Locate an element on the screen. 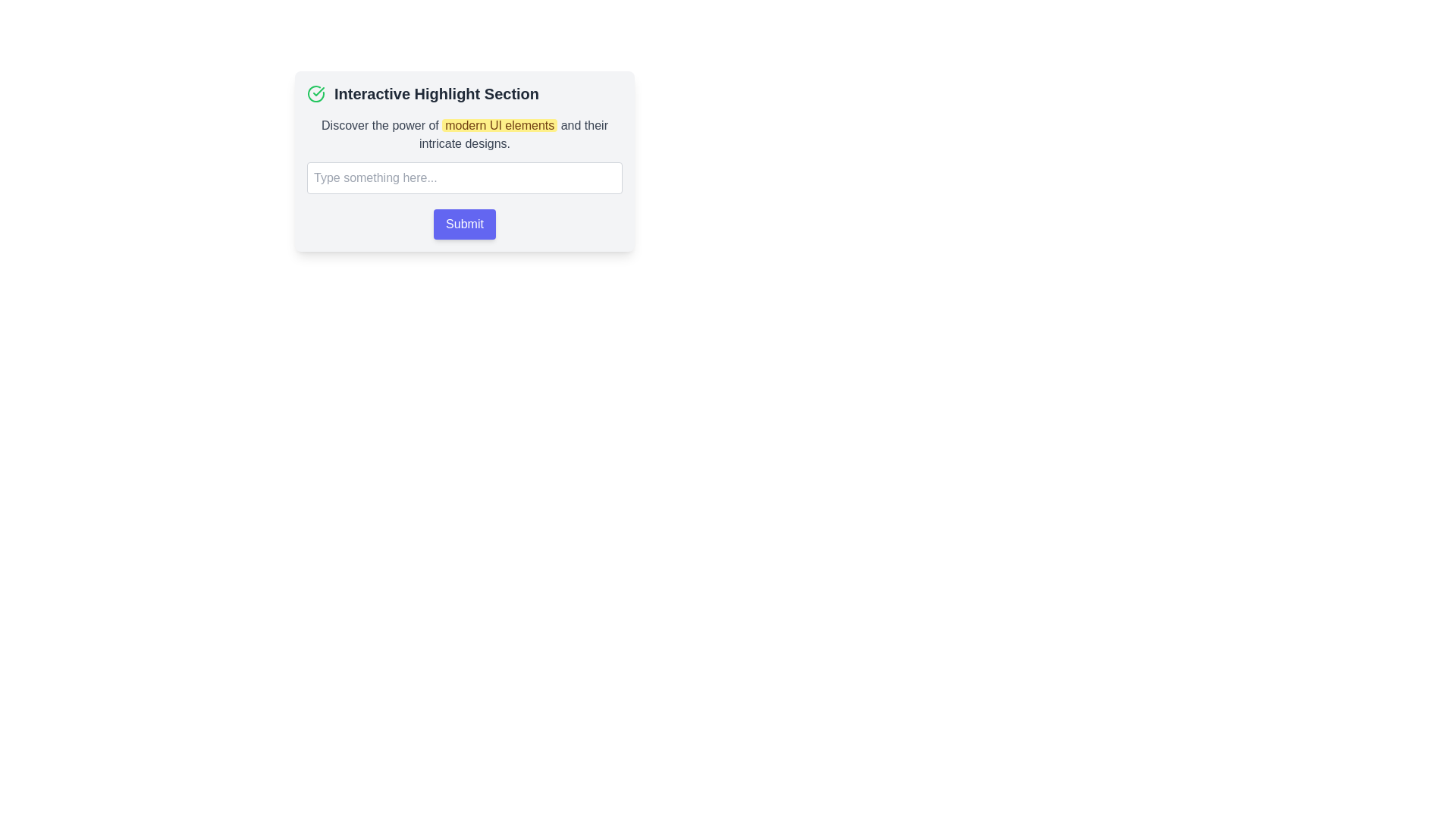 The image size is (1456, 819). the phrase 'modern UI elements' within the static text to trigger a tooltip or emphasis effect is located at coordinates (464, 133).